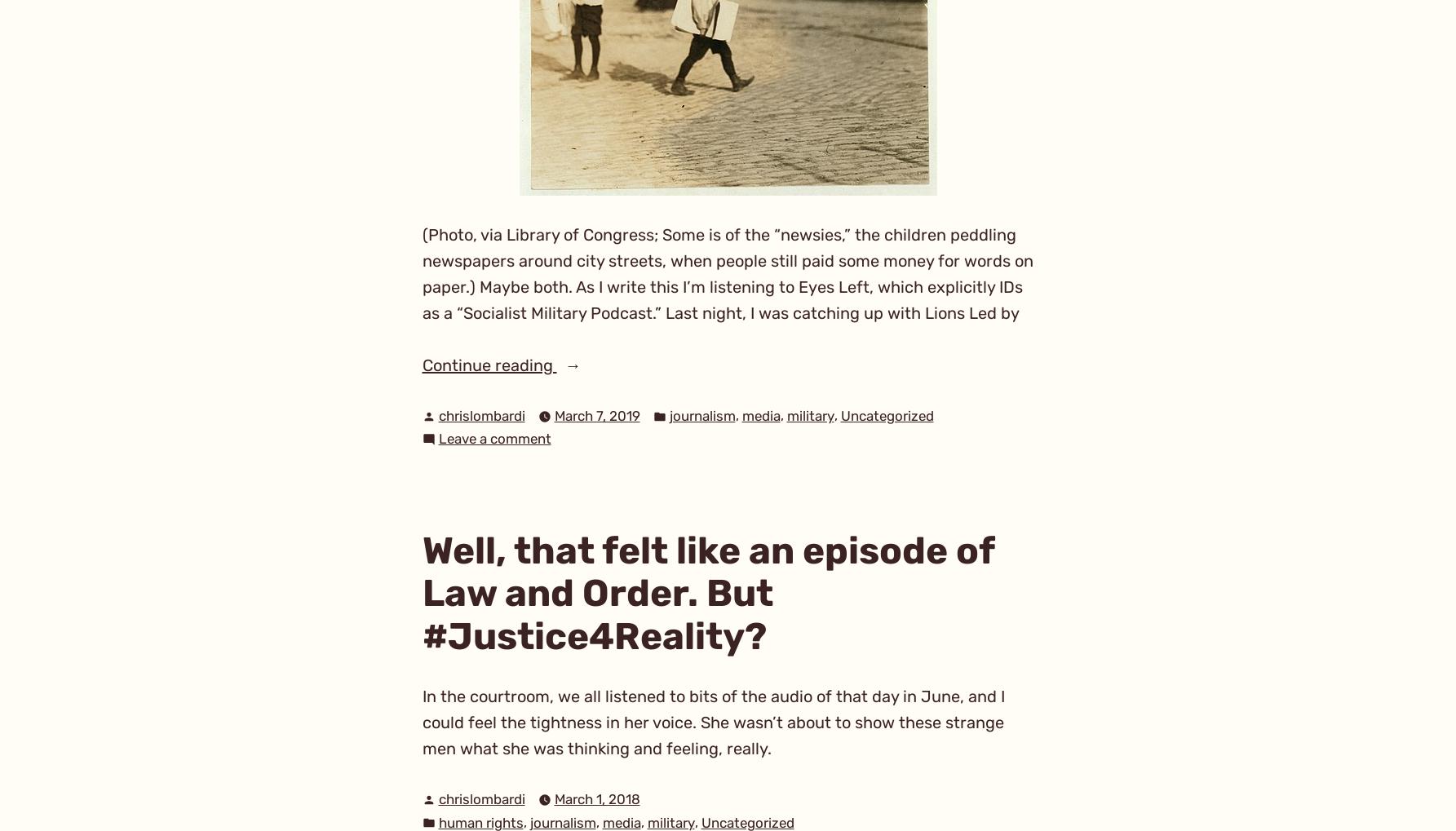  Describe the element at coordinates (727, 273) in the screenshot. I see `'(Photo, via Library of Congress; Some is of the “newsies,” the children peddling newspapers around city streets, when people still paid some money for words on paper.) Maybe both. As I write this I’m listening to Eyes Left, which explicitly IDs as a “Socialist Military Podcast.” Last night, I was catching up with Lions Led by'` at that location.